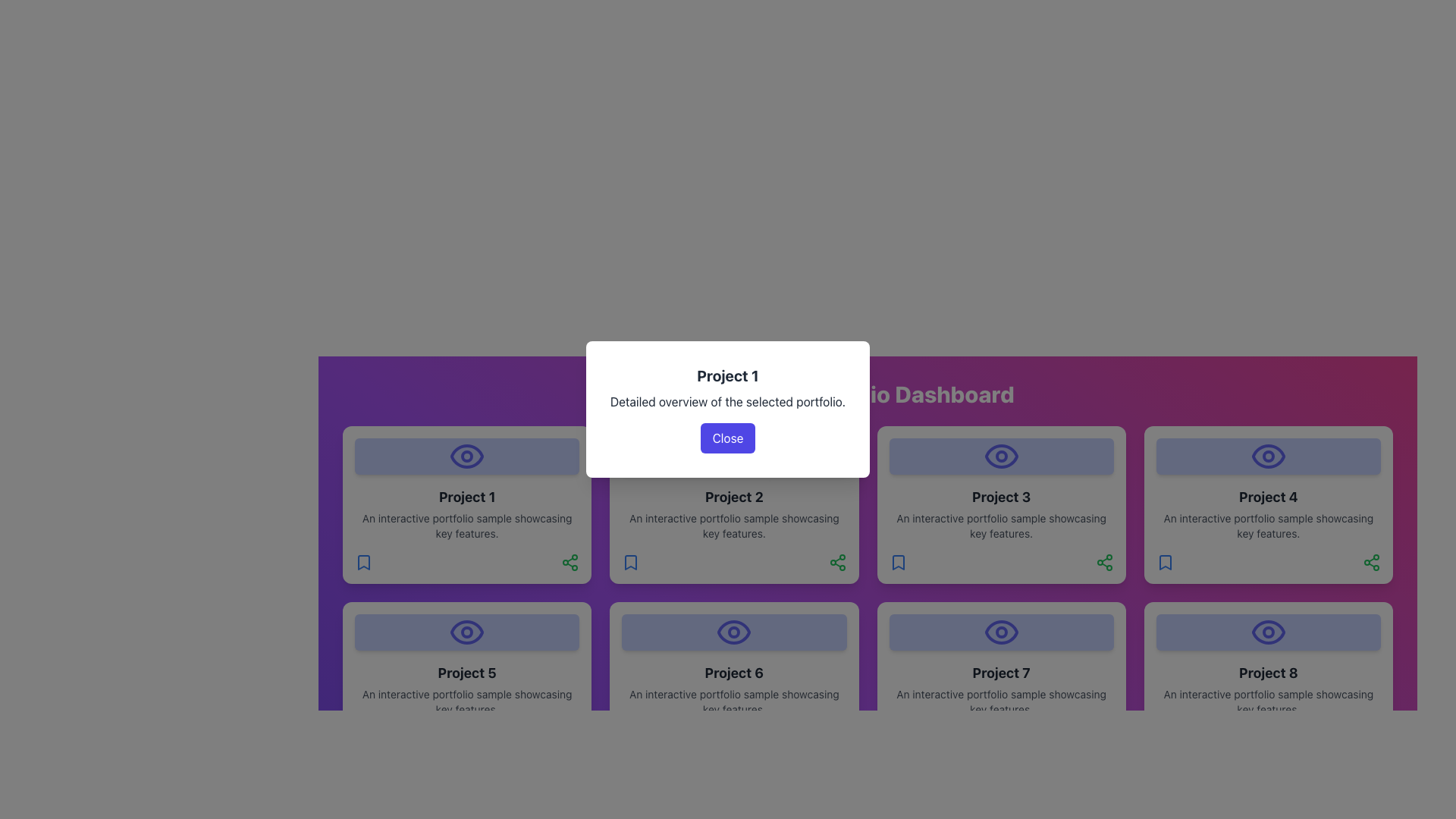 Image resolution: width=1456 pixels, height=819 pixels. Describe the element at coordinates (734, 632) in the screenshot. I see `the Circle (SVG) graphic nested inside the eye icon within the card labeled 'Project 6' in the second row, third column of the grid layout` at that location.